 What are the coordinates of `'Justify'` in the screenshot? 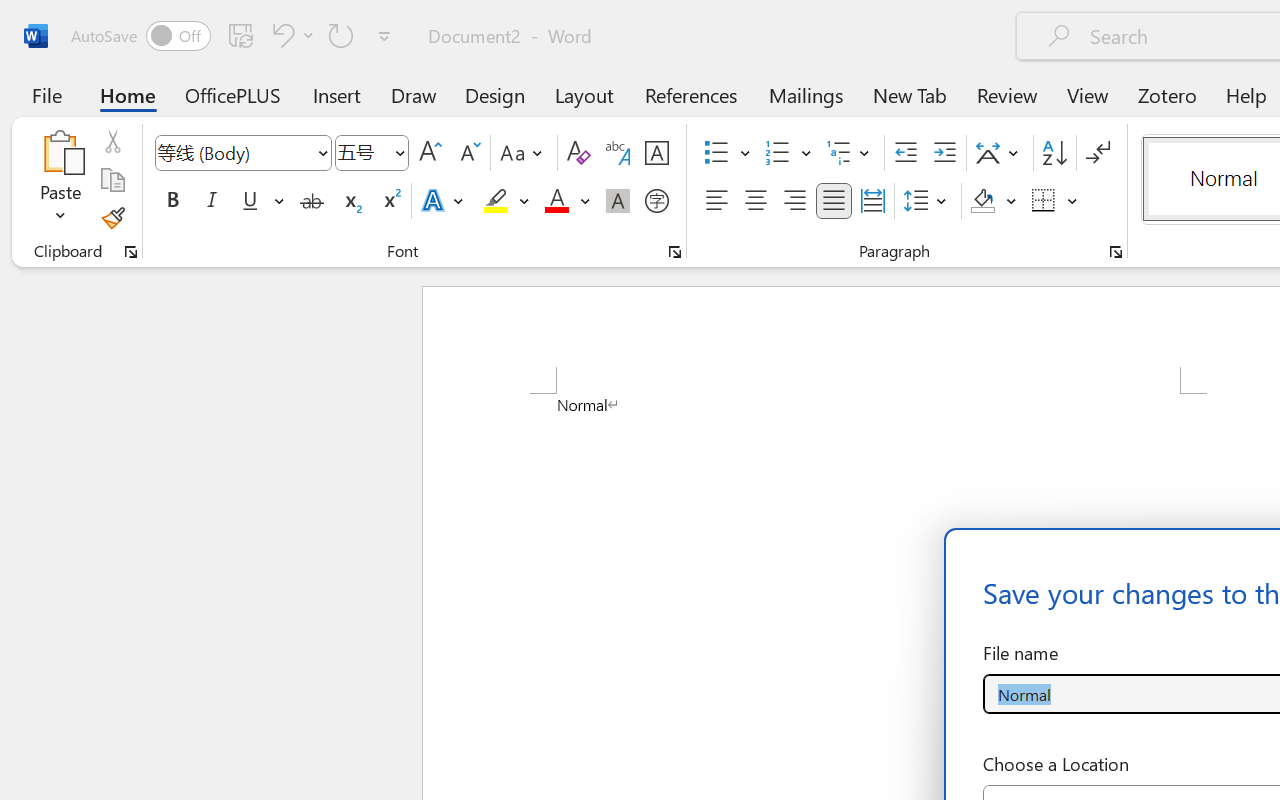 It's located at (834, 201).